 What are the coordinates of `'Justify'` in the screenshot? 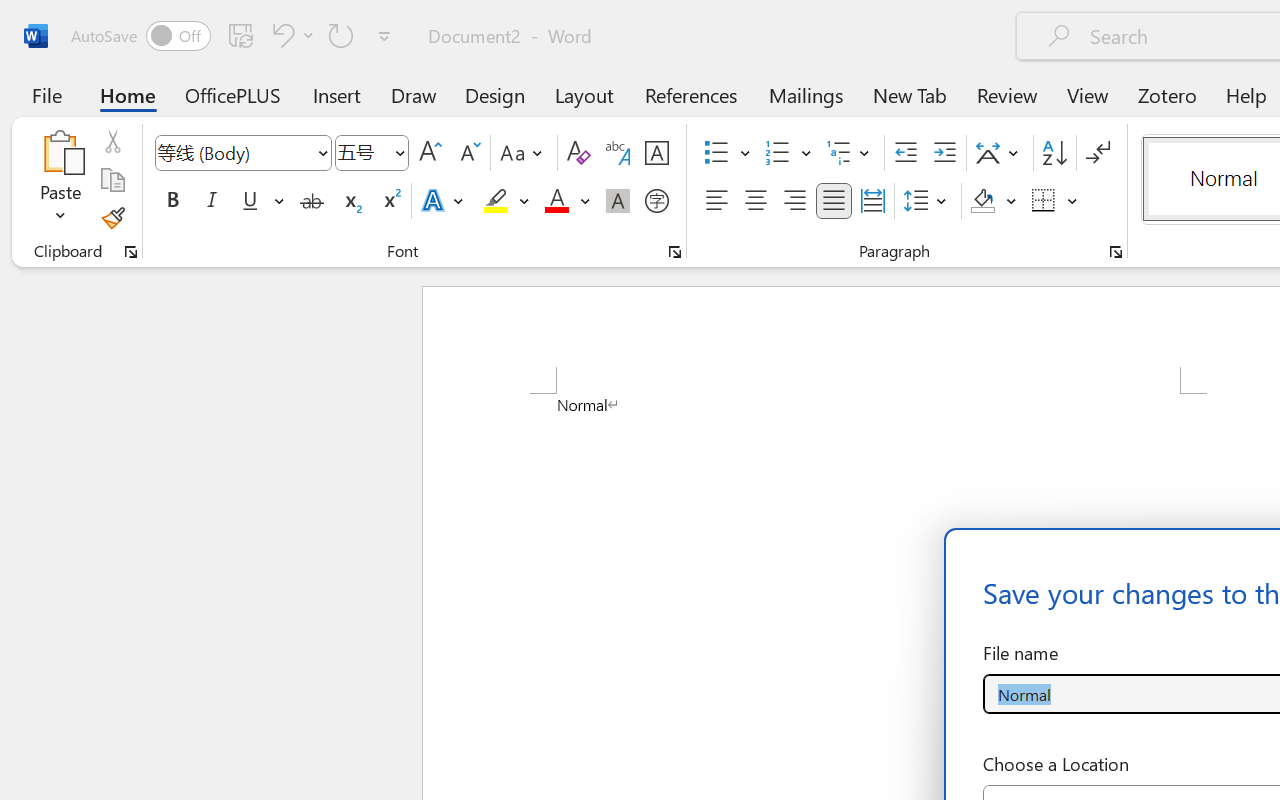 It's located at (834, 201).